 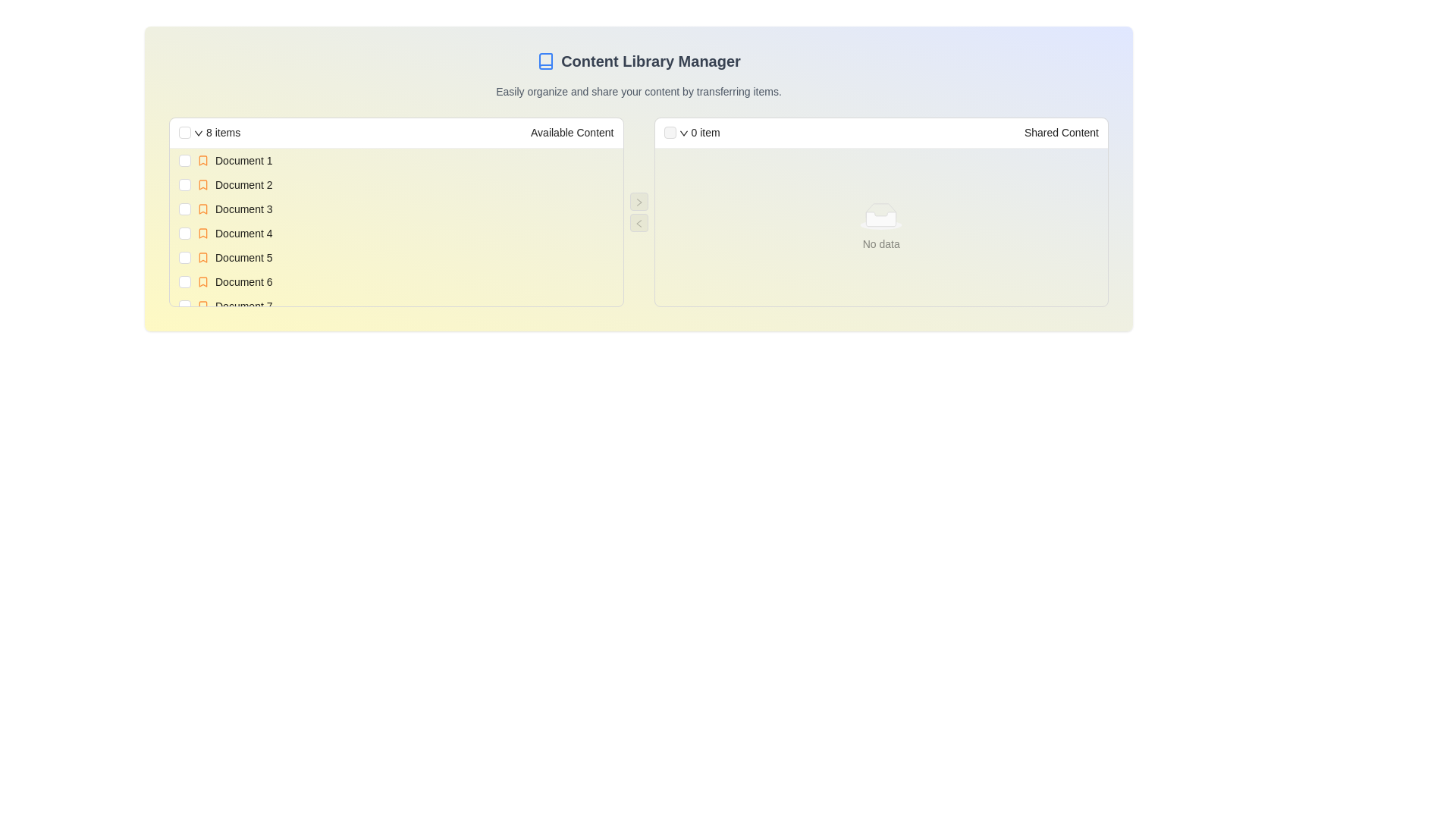 What do you see at coordinates (202, 209) in the screenshot?
I see `the bookmark icon located next to 'Document 3' in the left-side panel` at bounding box center [202, 209].